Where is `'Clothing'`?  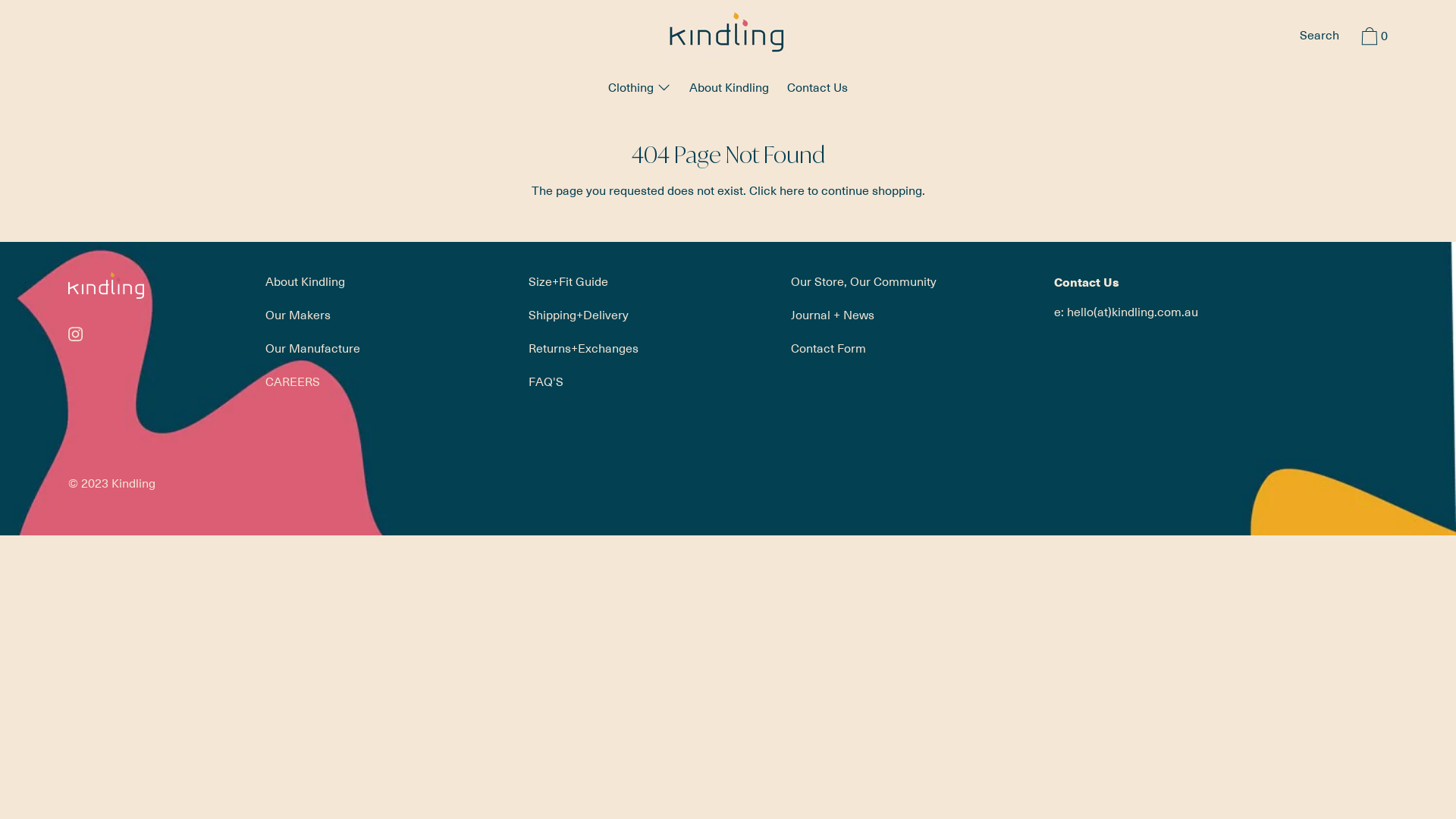
'Clothing' is located at coordinates (639, 89).